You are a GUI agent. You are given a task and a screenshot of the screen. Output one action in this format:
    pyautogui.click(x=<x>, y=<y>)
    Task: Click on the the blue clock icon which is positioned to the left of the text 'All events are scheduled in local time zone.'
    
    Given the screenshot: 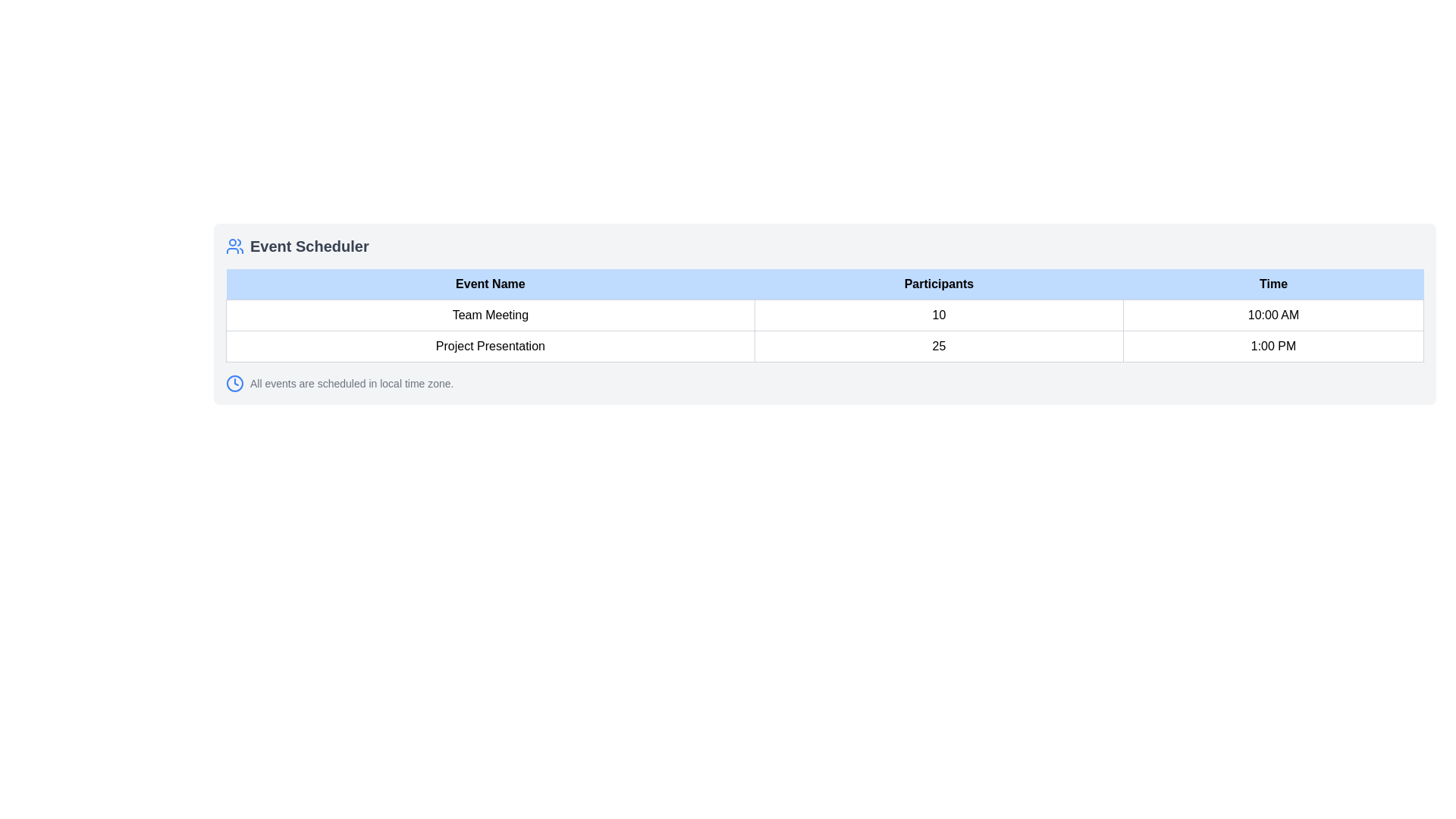 What is the action you would take?
    pyautogui.click(x=234, y=382)
    